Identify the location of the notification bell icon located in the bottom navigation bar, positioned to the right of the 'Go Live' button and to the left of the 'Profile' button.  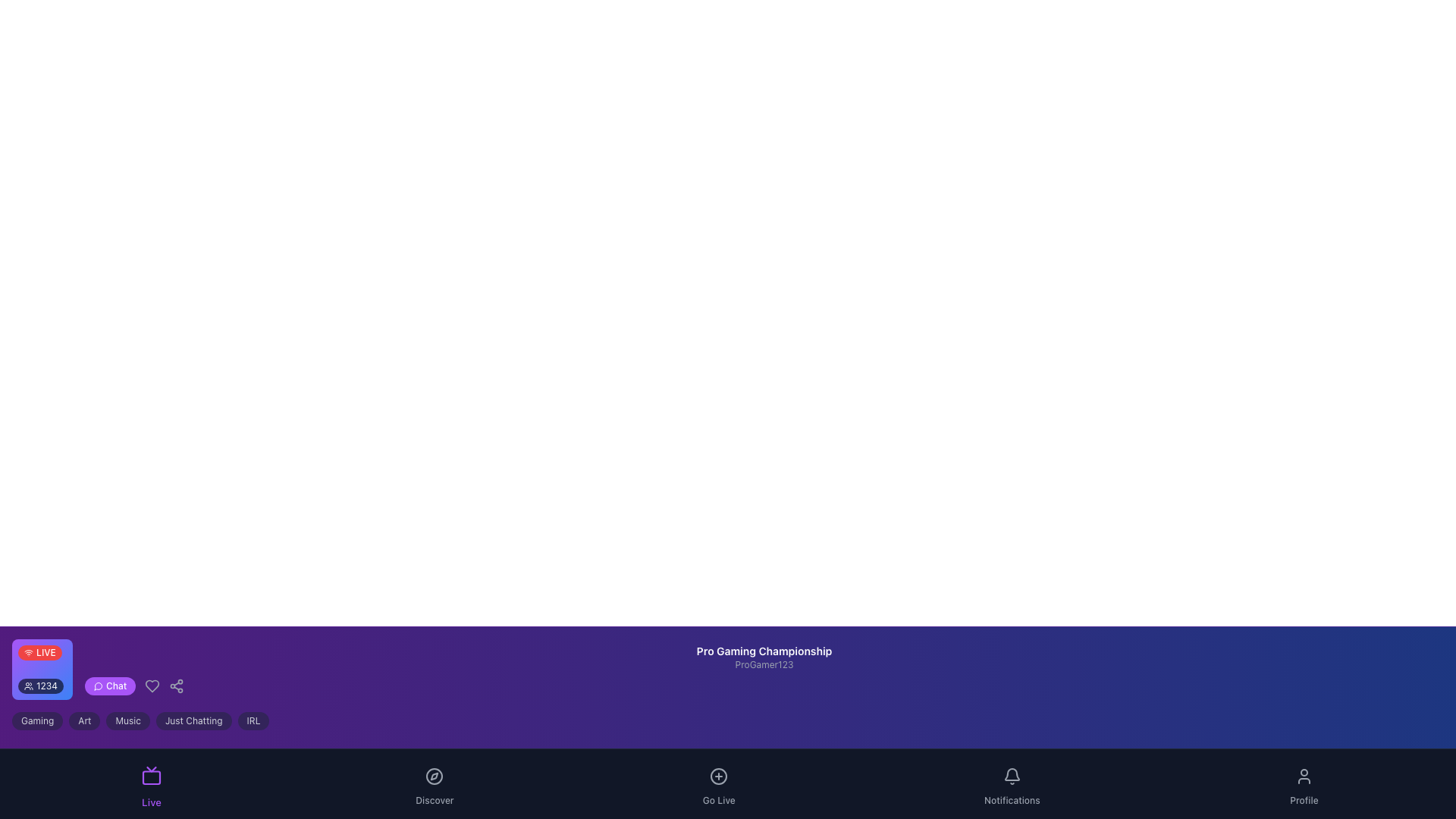
(1012, 776).